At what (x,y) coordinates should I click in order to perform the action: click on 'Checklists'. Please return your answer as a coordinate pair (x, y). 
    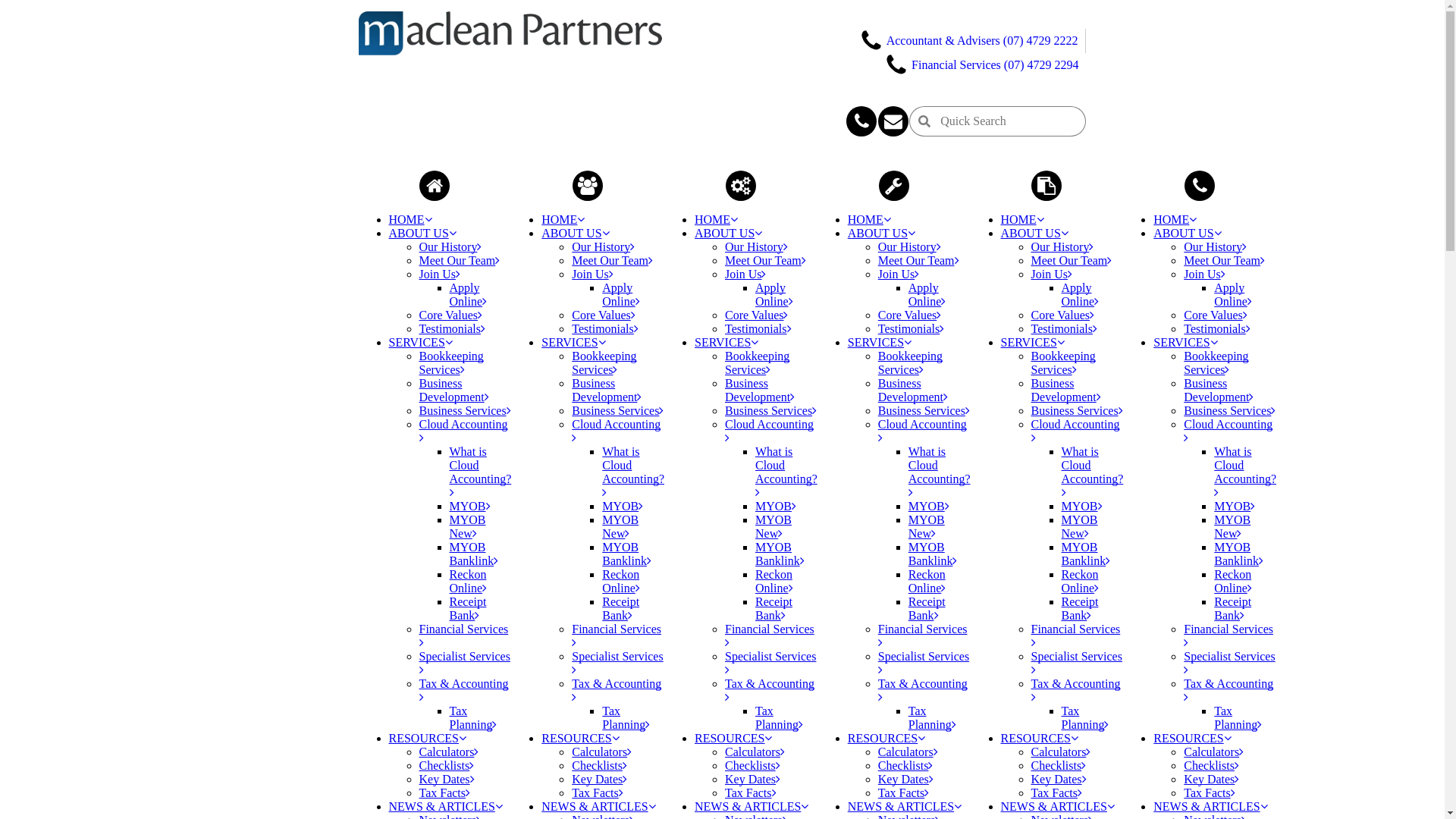
    Looking at the image, I should click on (905, 765).